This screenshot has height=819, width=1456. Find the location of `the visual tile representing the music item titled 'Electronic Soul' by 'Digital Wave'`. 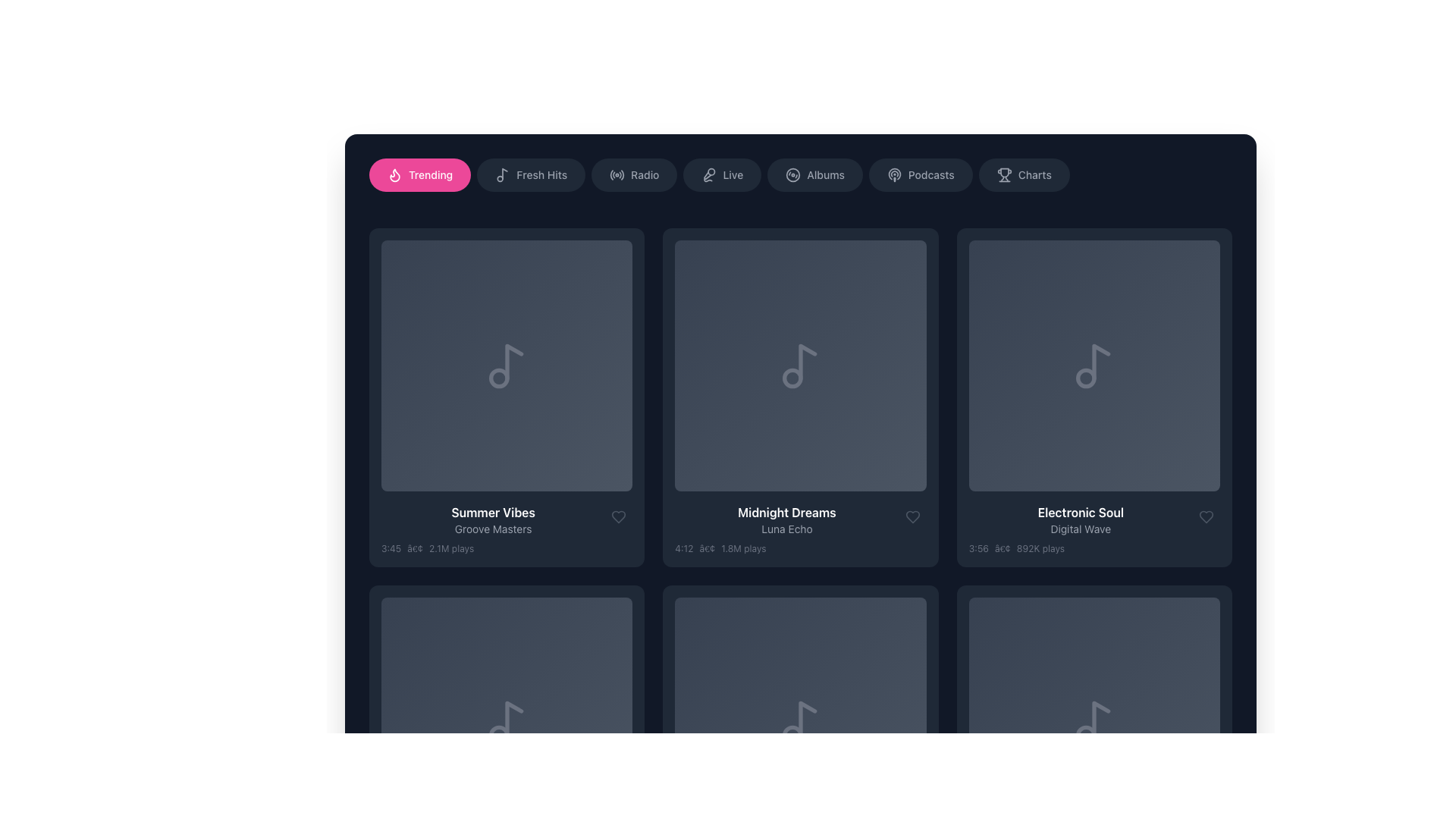

the visual tile representing the music item titled 'Electronic Soul' by 'Digital Wave' is located at coordinates (1094, 366).